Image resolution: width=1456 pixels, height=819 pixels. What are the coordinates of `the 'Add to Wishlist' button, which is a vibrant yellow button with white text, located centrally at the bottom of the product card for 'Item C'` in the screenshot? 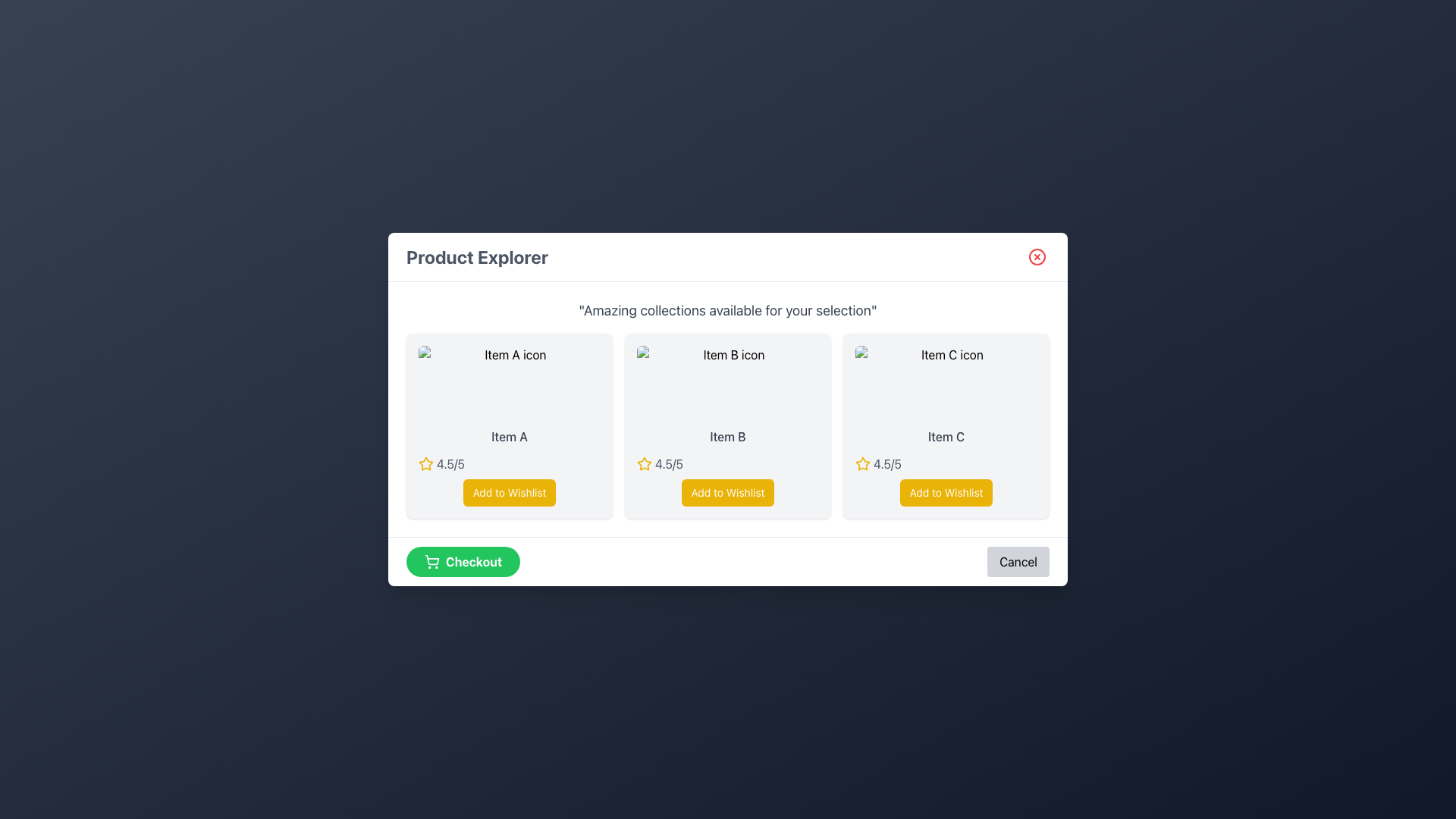 It's located at (946, 493).